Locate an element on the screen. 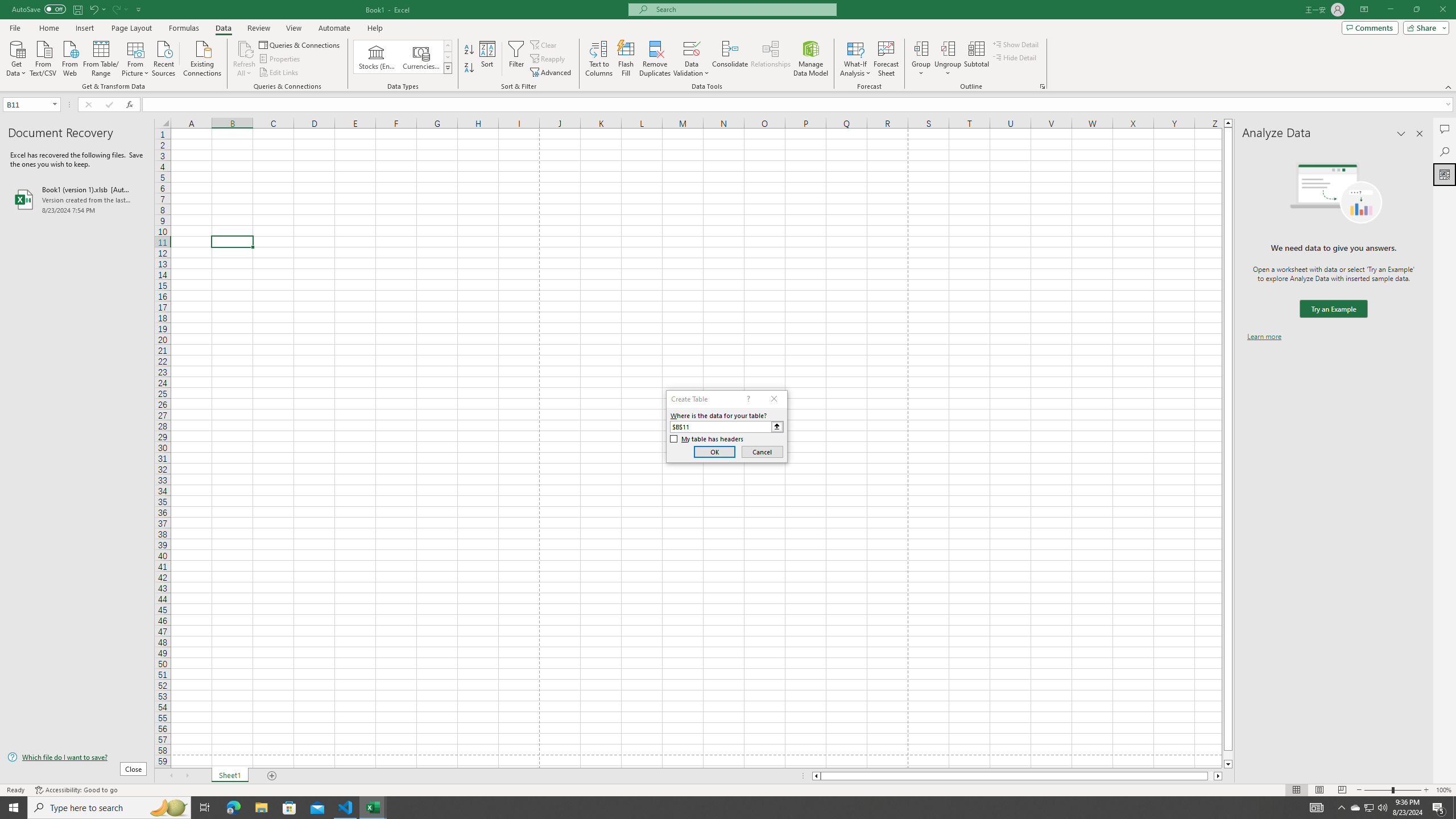 This screenshot has height=819, width=1456. 'Data Types' is located at coordinates (448, 67).